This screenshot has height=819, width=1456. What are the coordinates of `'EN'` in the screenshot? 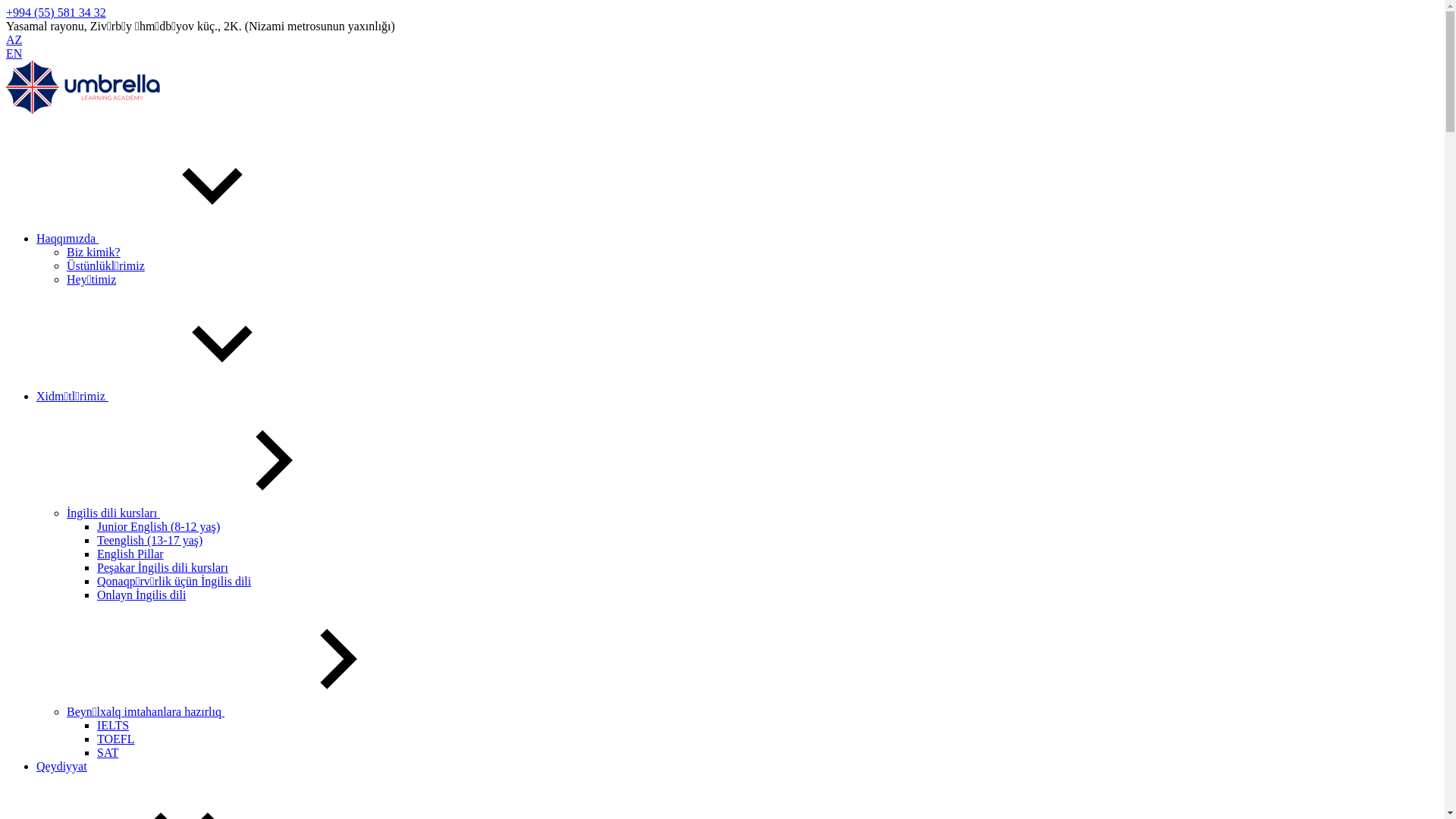 It's located at (14, 52).